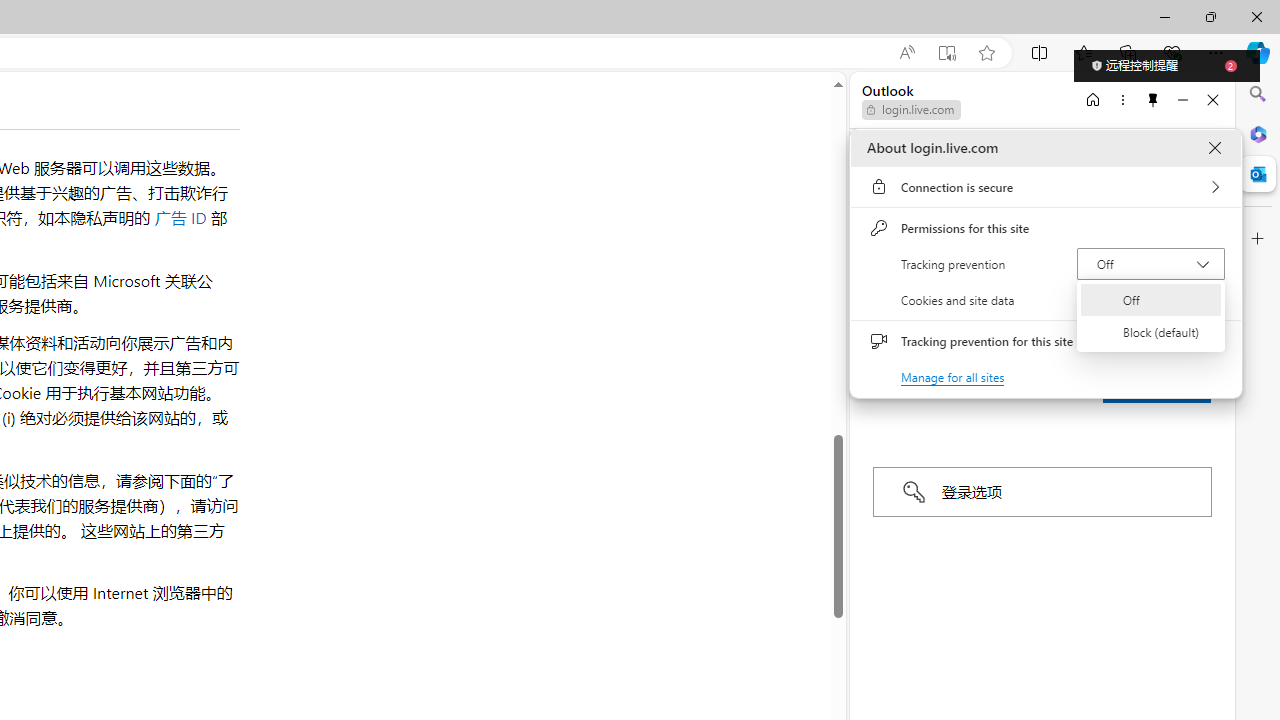  I want to click on 'Tracking prevention for this site (Balanced)', so click(1204, 340).